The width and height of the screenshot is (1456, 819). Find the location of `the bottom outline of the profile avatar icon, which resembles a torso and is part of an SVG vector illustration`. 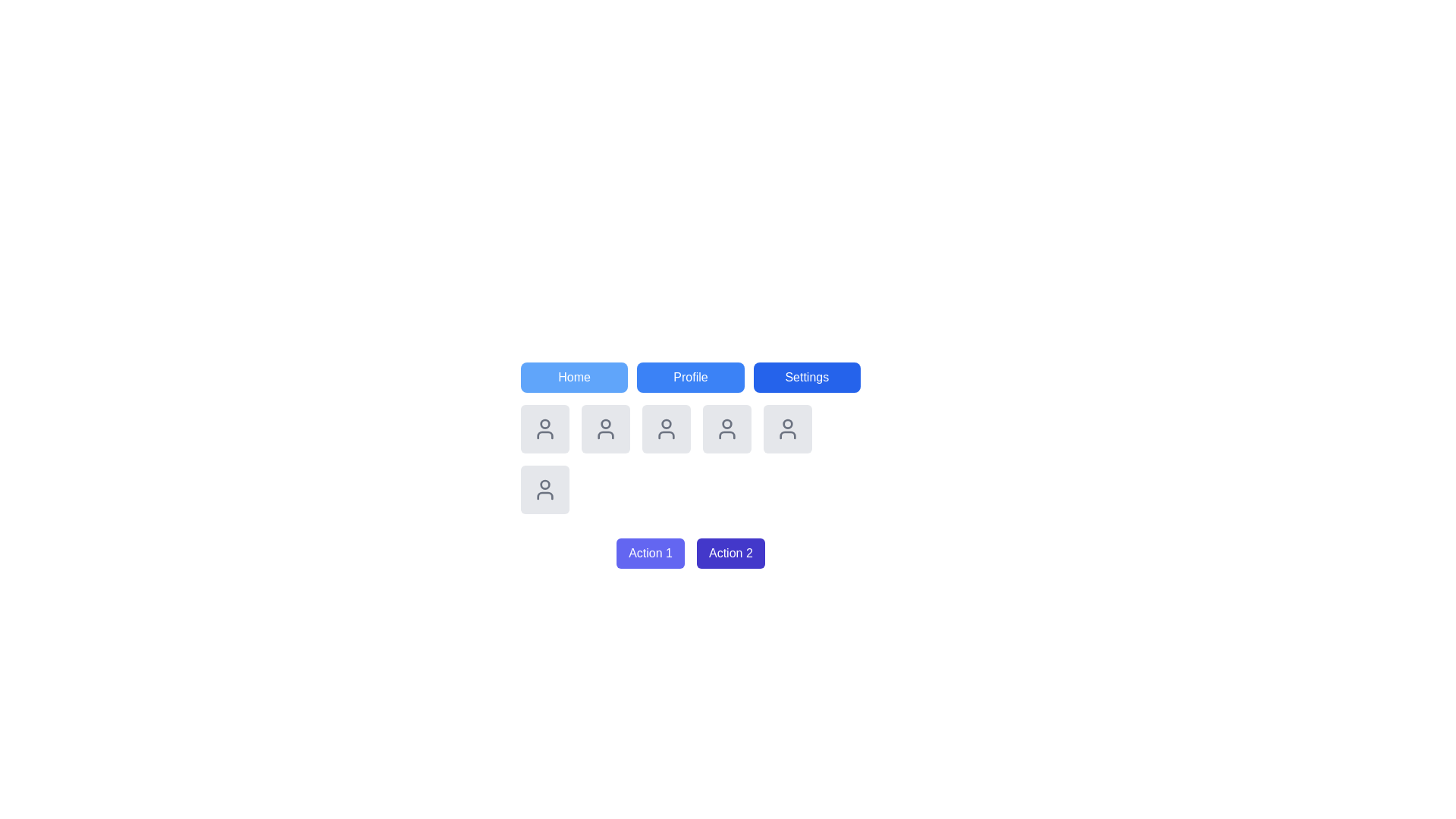

the bottom outline of the profile avatar icon, which resembles a torso and is part of an SVG vector illustration is located at coordinates (545, 435).